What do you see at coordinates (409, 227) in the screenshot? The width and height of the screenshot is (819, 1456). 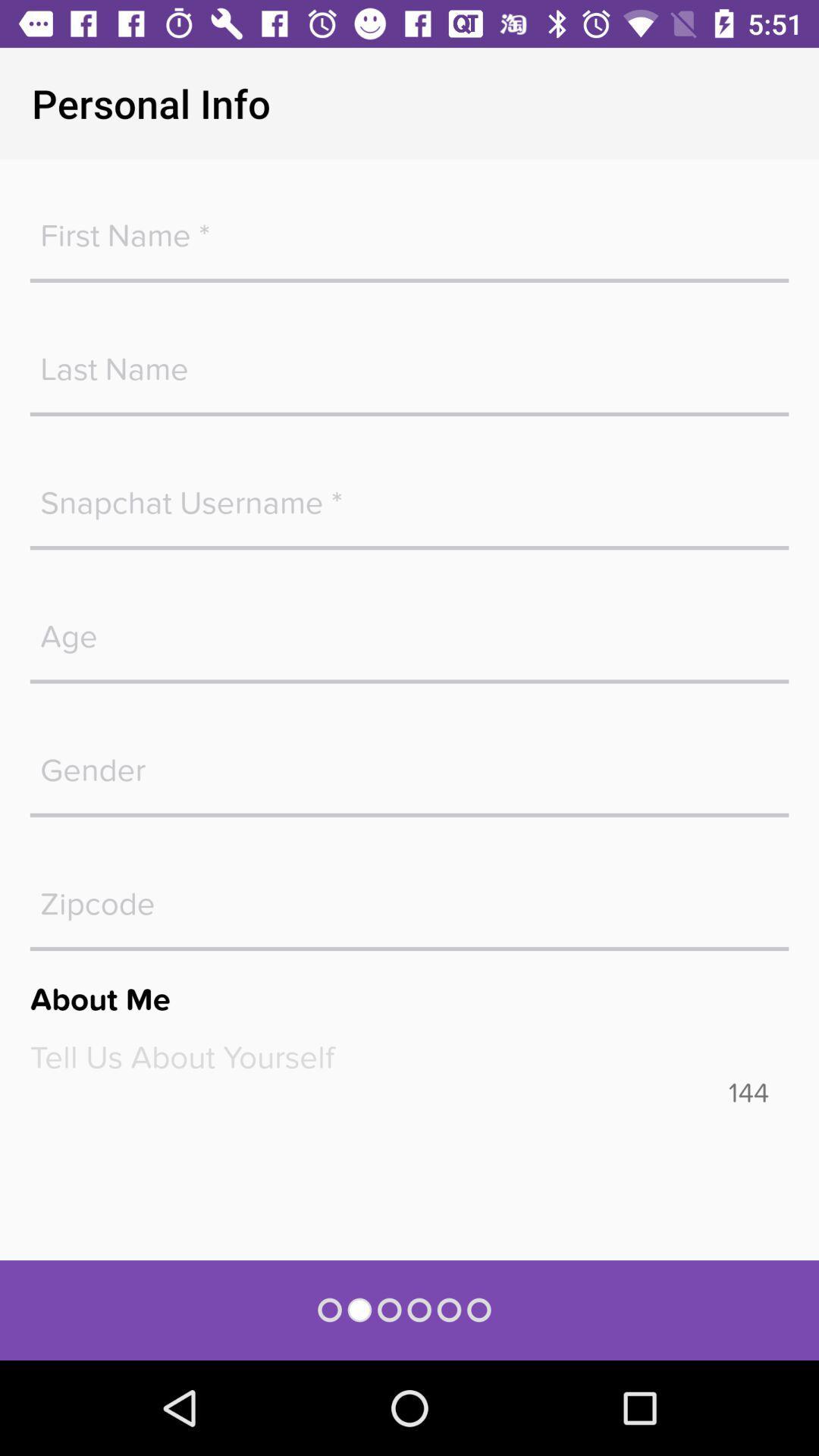 I see `blank space` at bounding box center [409, 227].